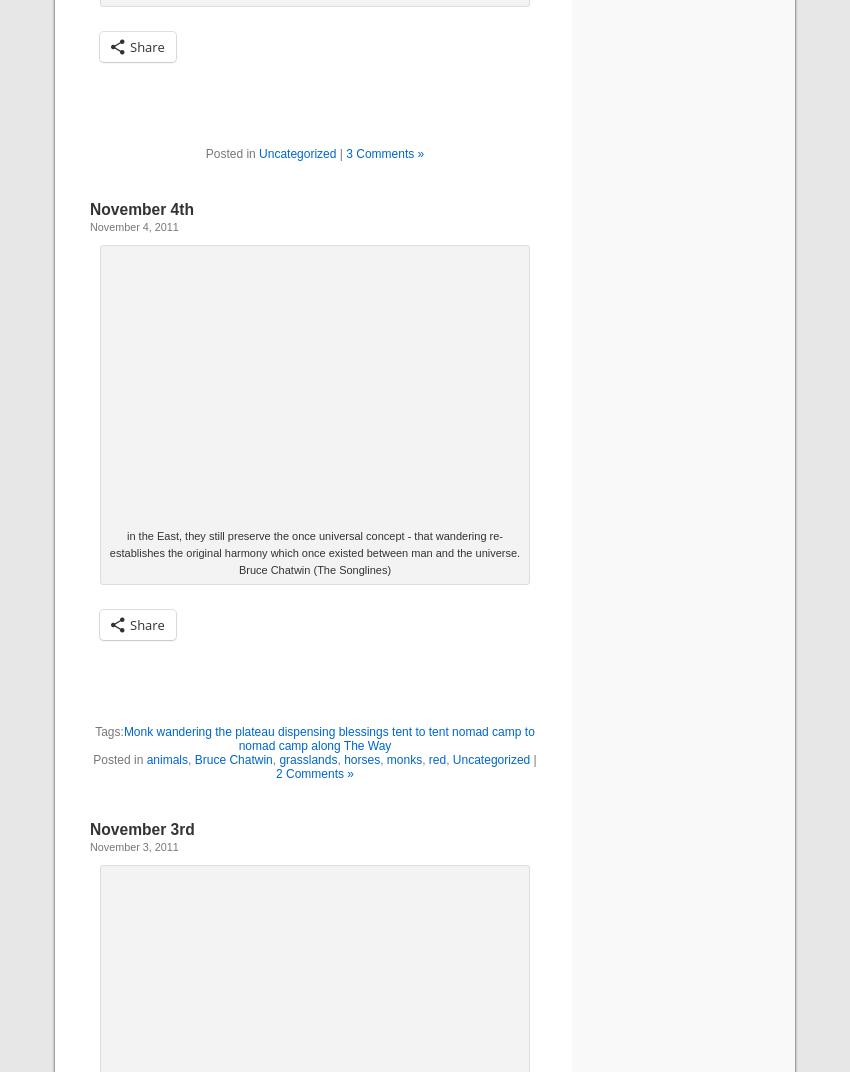 This screenshot has height=1072, width=850. What do you see at coordinates (192, 760) in the screenshot?
I see `'Bruce Chatwin'` at bounding box center [192, 760].